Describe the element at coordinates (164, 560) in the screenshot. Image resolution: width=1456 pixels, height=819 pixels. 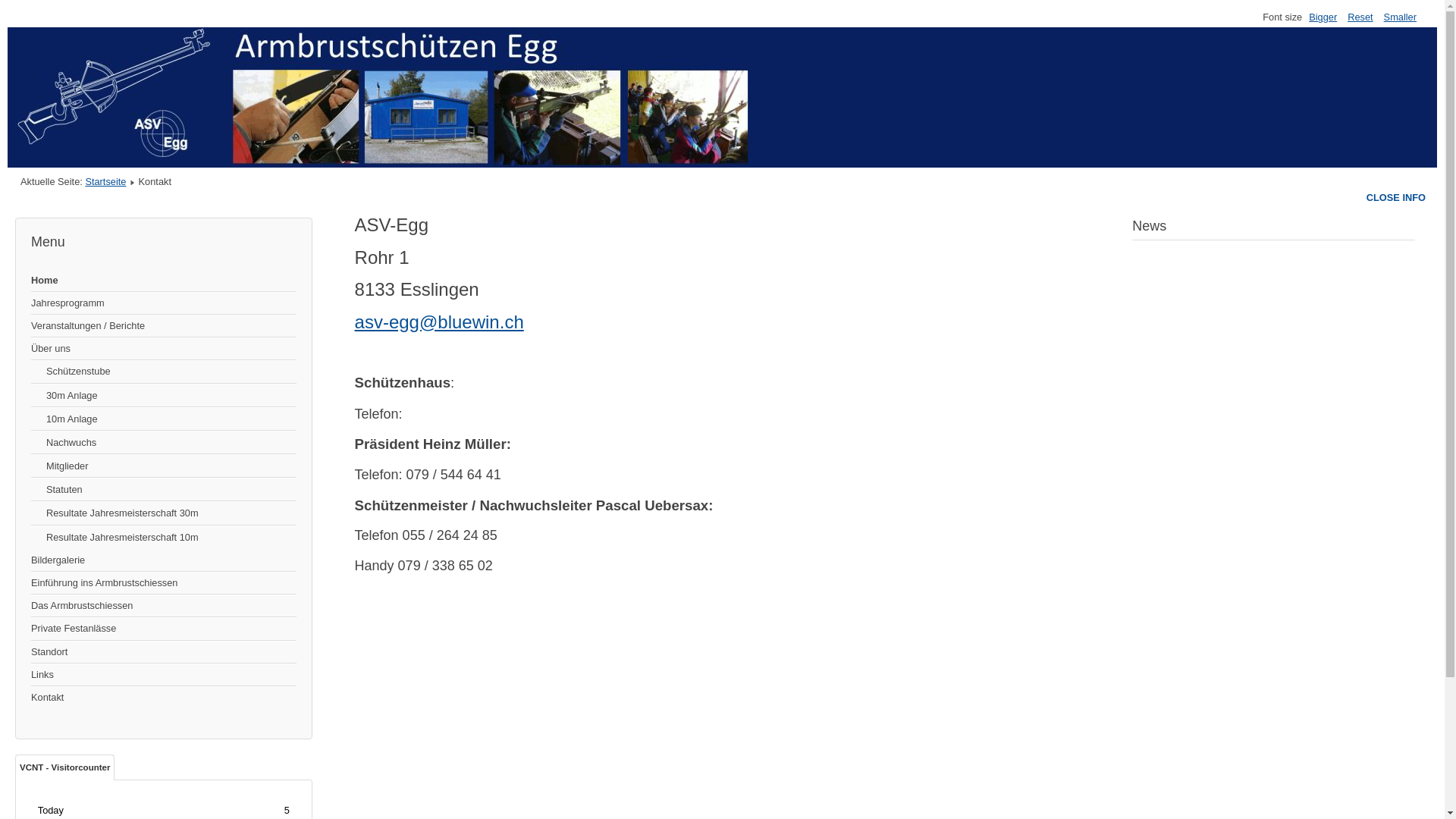
I see `'Bildergalerie'` at that location.